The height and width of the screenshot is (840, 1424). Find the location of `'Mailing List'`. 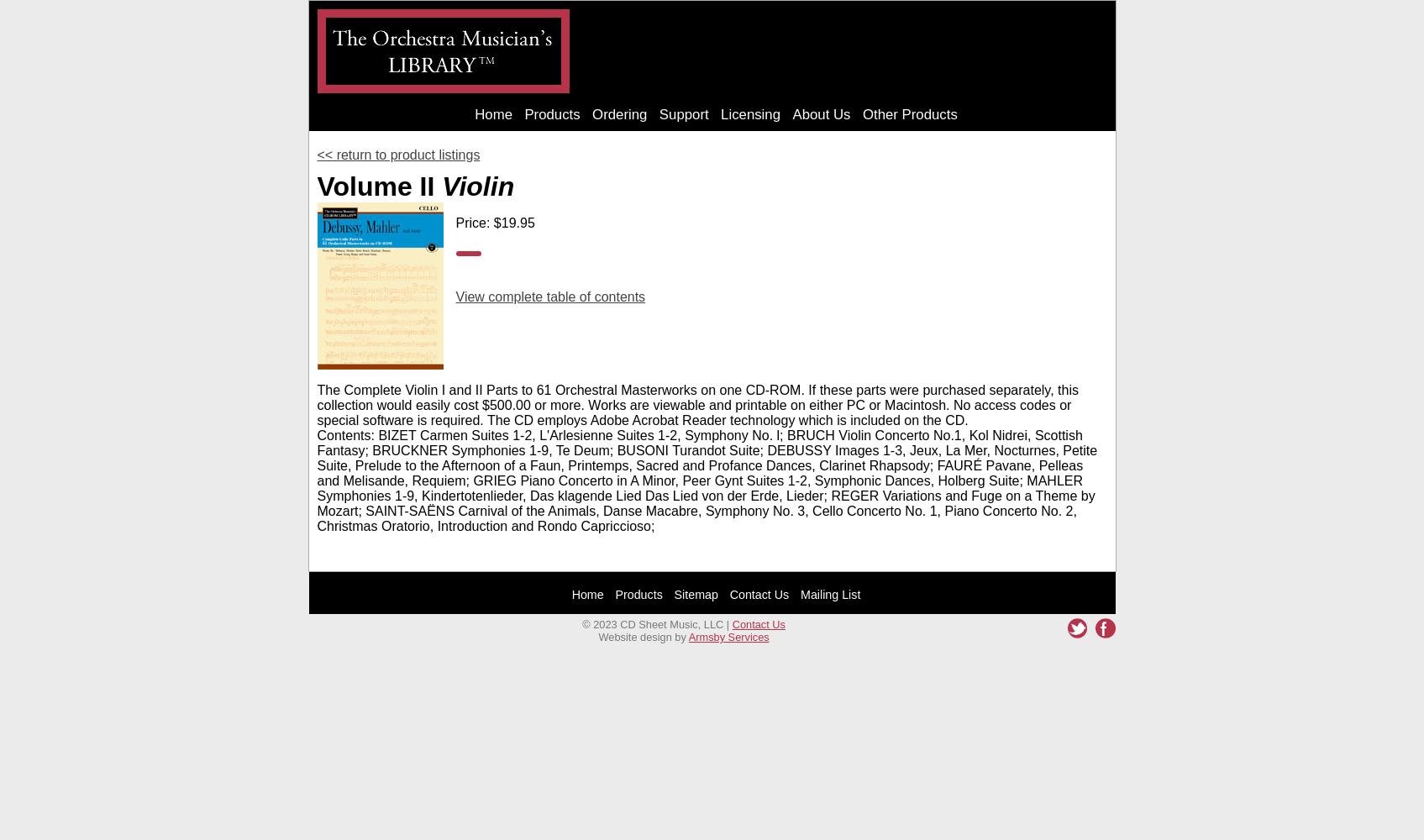

'Mailing List' is located at coordinates (829, 593).